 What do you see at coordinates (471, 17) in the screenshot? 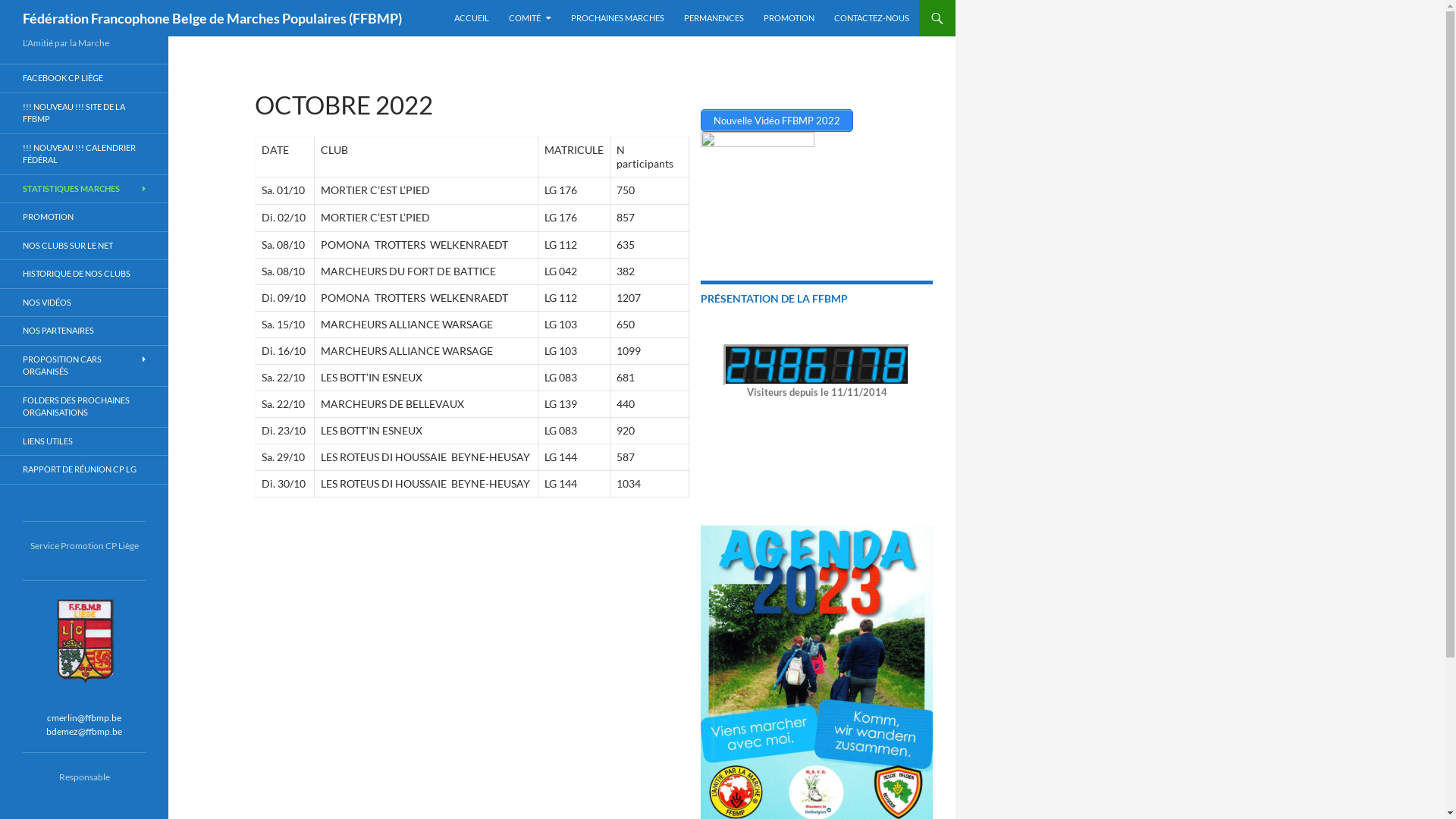
I see `'ACCUEIL'` at bounding box center [471, 17].